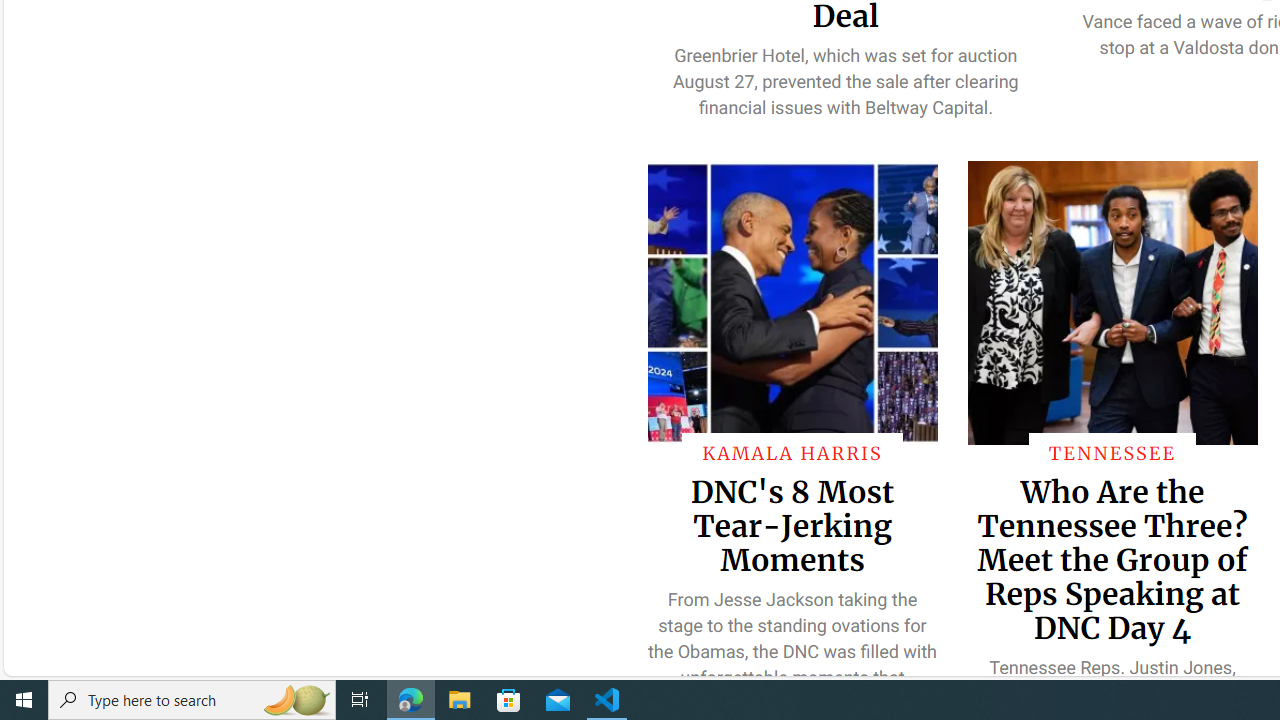  What do you see at coordinates (410, 698) in the screenshot?
I see `'Microsoft Edge - 1 running window'` at bounding box center [410, 698].